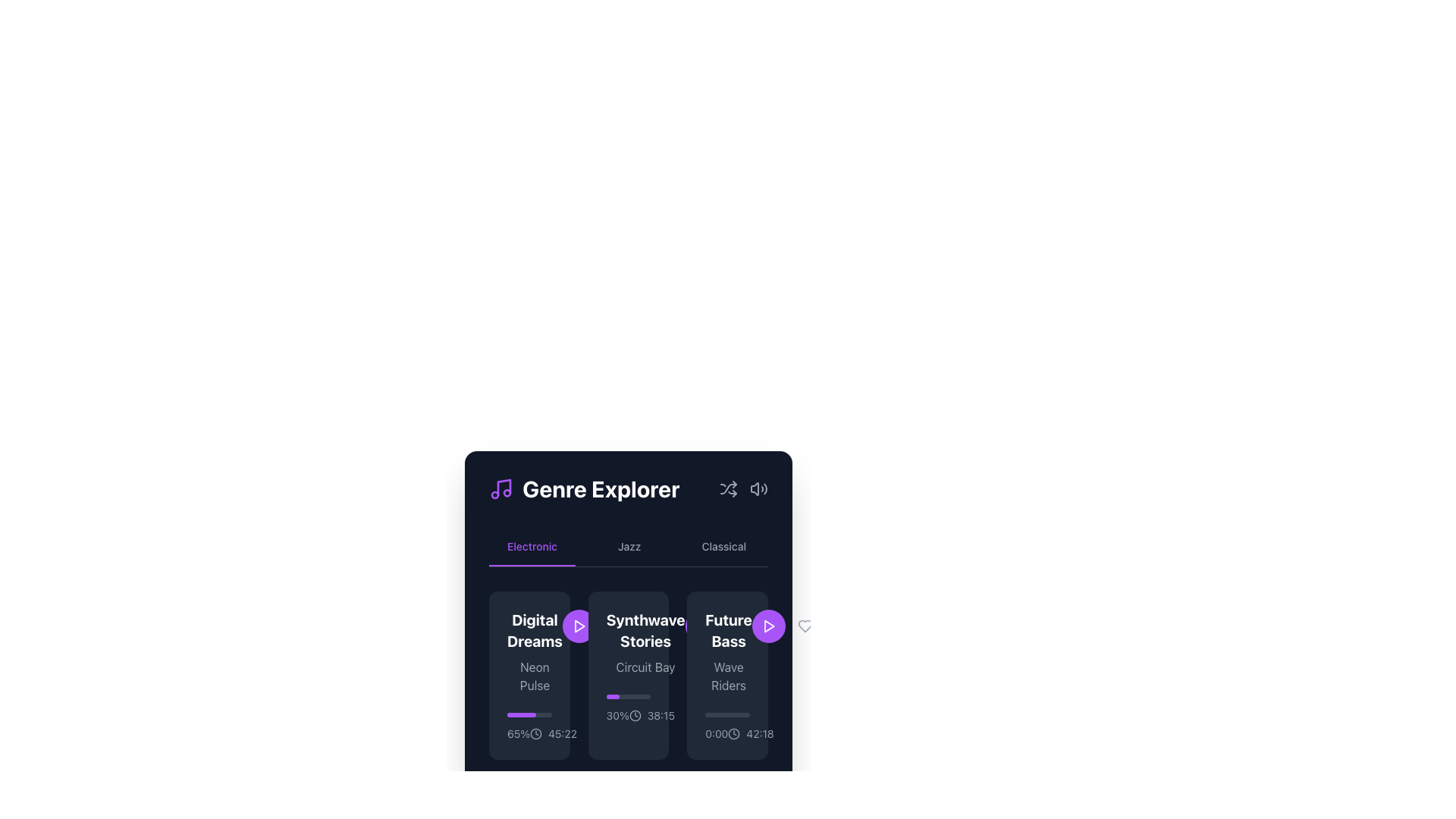 This screenshot has width=1456, height=819. Describe the element at coordinates (768, 626) in the screenshot. I see `the circular purple button with a white triangular play icon to play the associated content, located next to the 'Future Bass' card in the genre explorer interface` at that location.